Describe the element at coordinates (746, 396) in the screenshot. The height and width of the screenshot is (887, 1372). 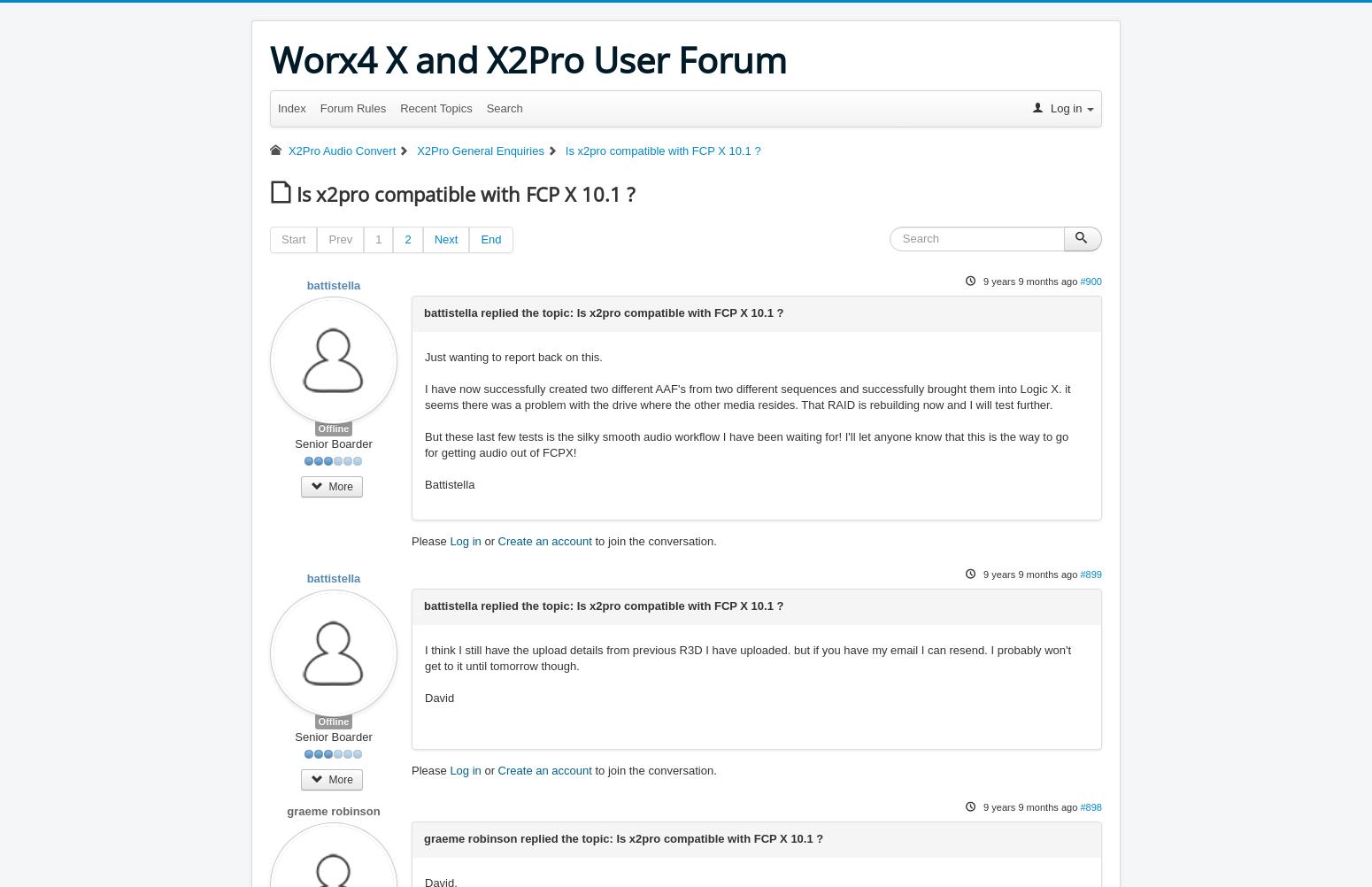
I see `'I have now successfully created two different AAF's from two different sequences and successfully brought them into Logic X.  it seems there was a problem with the drive where the other media resides.  That RAID is rebuilding now and I will test further.'` at that location.